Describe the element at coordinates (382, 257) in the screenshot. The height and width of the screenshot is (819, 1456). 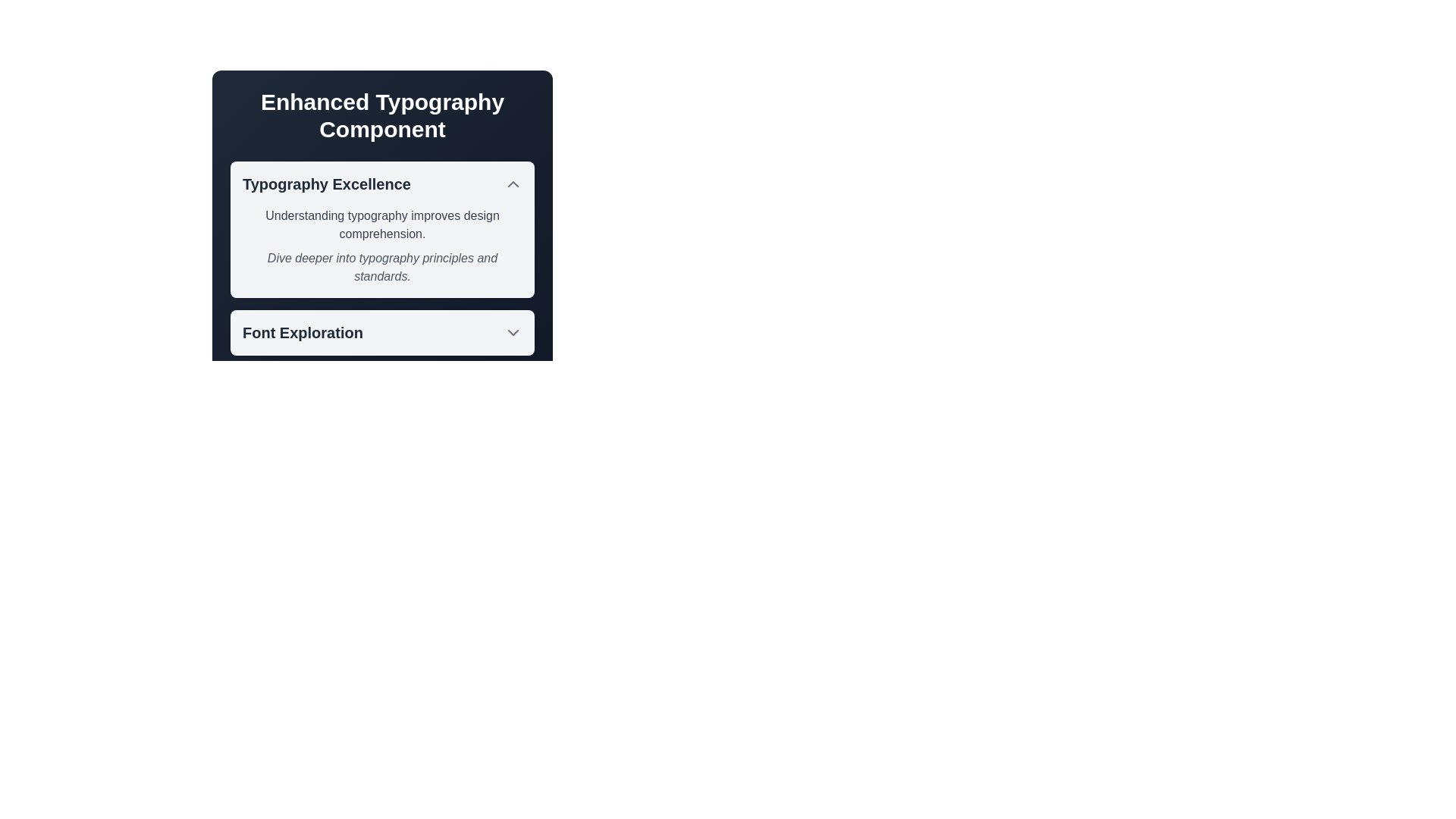
I see `the Informational panel that presents descriptive text for user comprehension, located above the 'Font Exploration' section` at that location.